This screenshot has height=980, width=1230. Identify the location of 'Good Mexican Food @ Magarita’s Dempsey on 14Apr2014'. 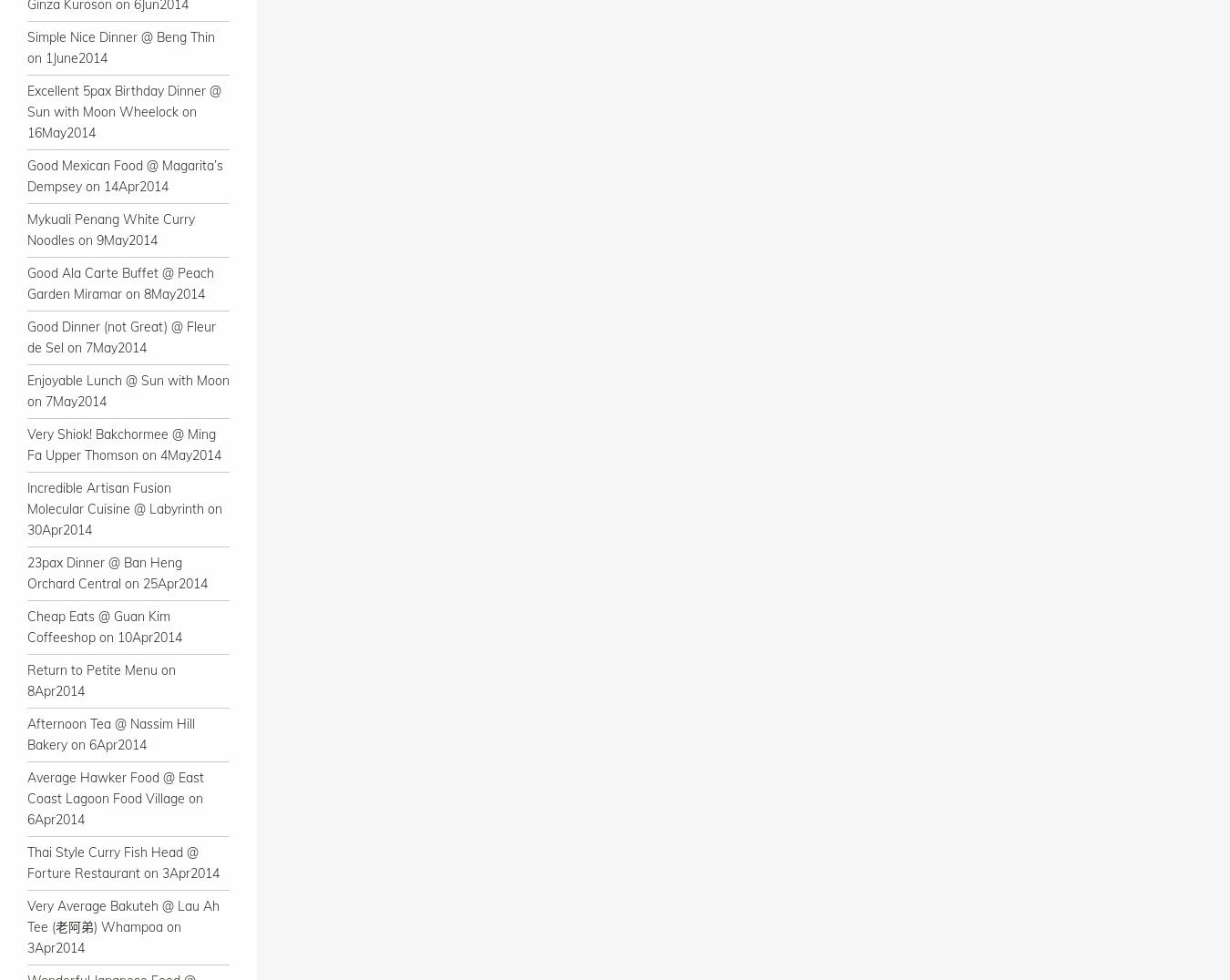
(125, 175).